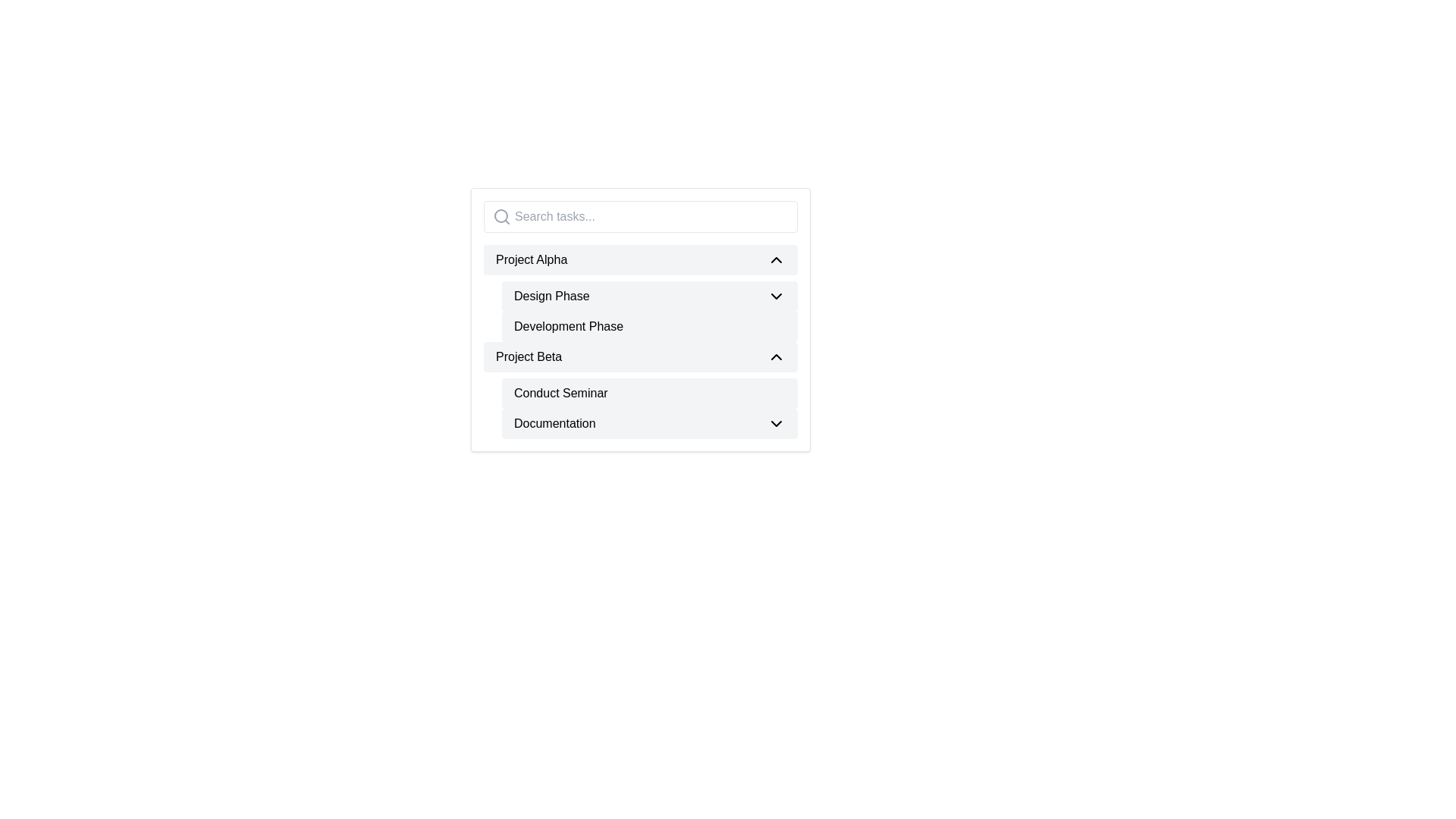 The image size is (1456, 819). Describe the element at coordinates (776, 296) in the screenshot. I see `the Chevron Down icon located at the top-center-right position within the 'Design Phase' label area` at that location.